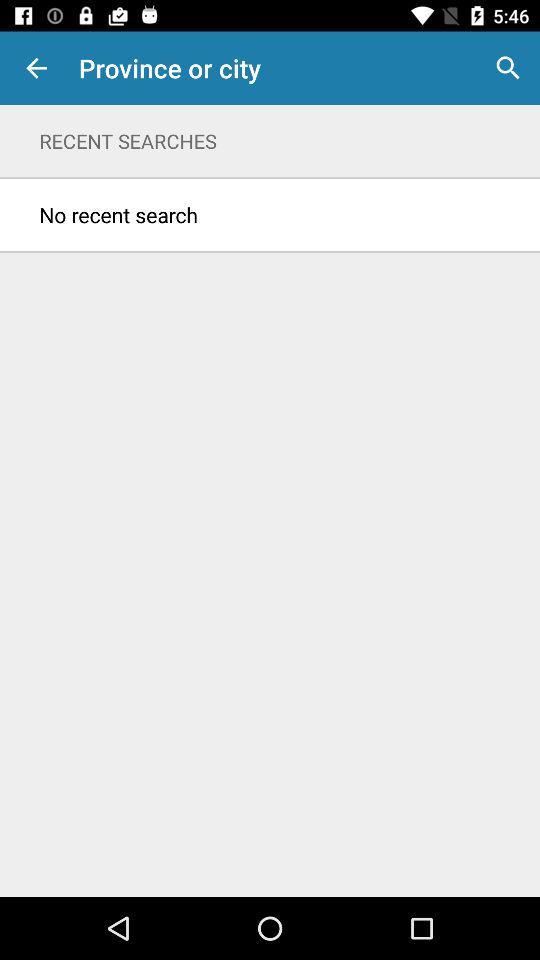  What do you see at coordinates (36, 68) in the screenshot?
I see `app to the left of province or city item` at bounding box center [36, 68].